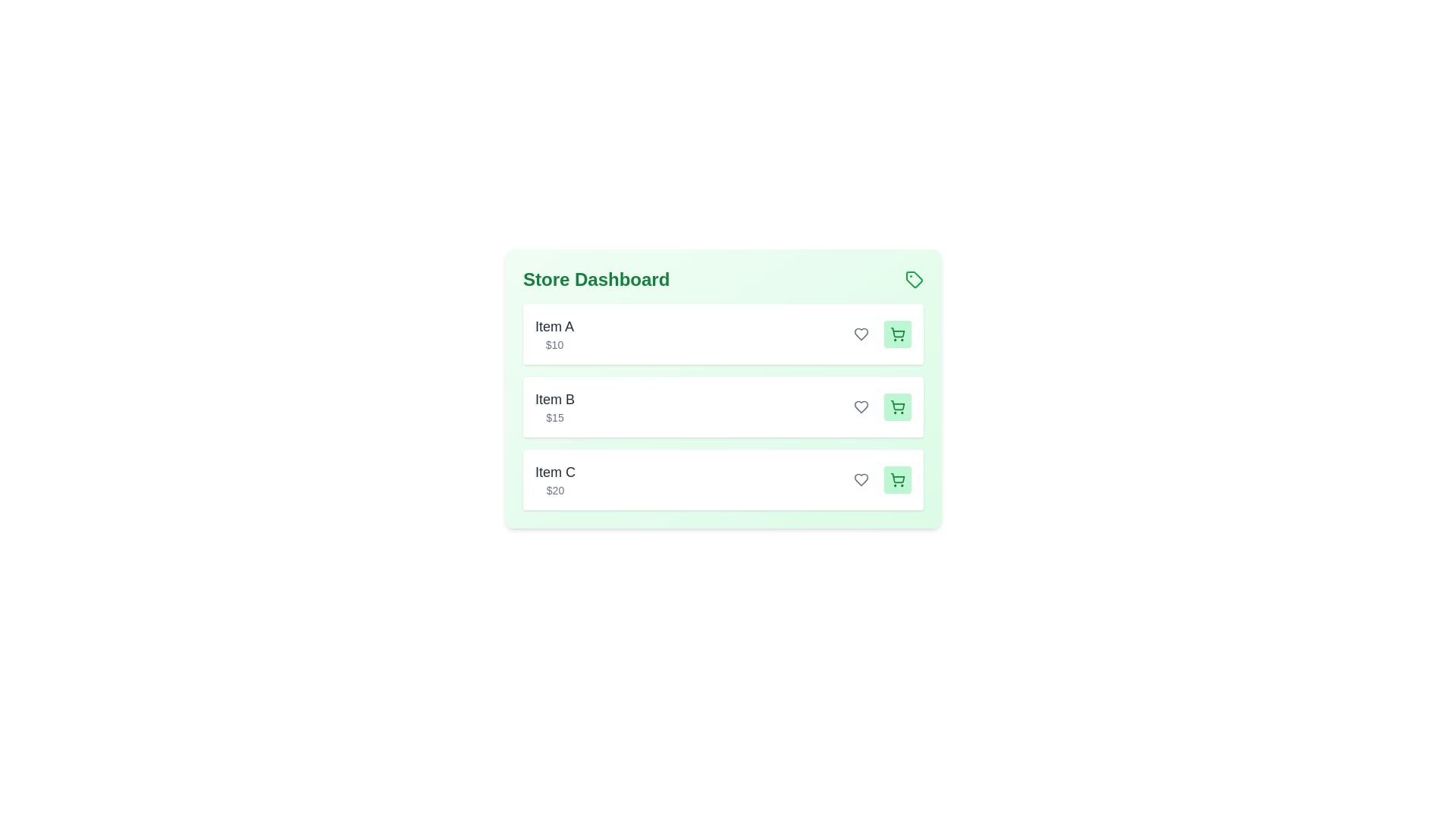 Image resolution: width=1456 pixels, height=819 pixels. Describe the element at coordinates (898, 406) in the screenshot. I see `the green shopping cart icon located inside the rounded green button to the right of the 'Item B' entry in the second row of the vertical list of items` at that location.